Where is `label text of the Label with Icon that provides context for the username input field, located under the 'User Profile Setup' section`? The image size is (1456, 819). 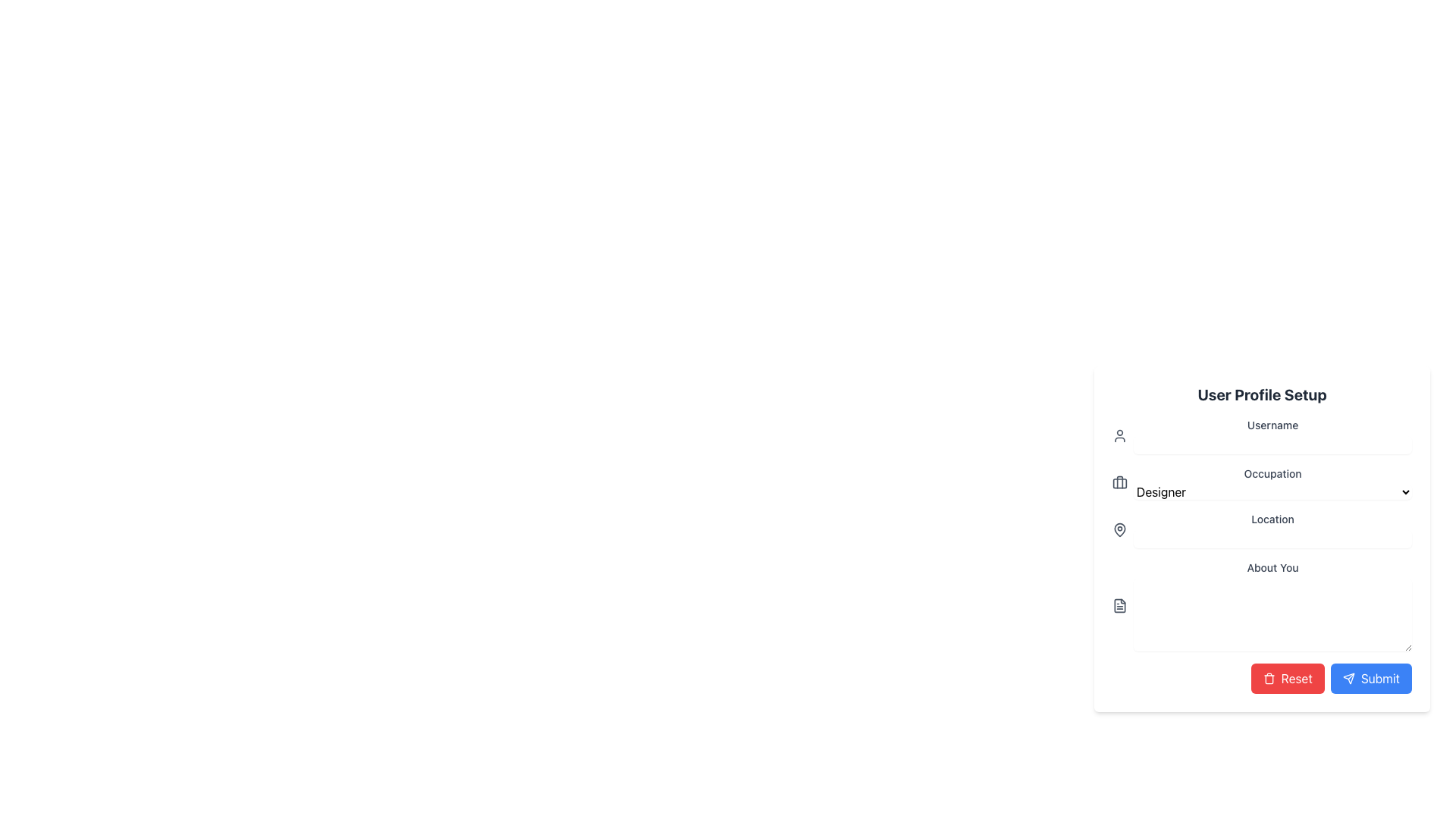 label text of the Label with Icon that provides context for the username input field, located under the 'User Profile Setup' section is located at coordinates (1262, 435).